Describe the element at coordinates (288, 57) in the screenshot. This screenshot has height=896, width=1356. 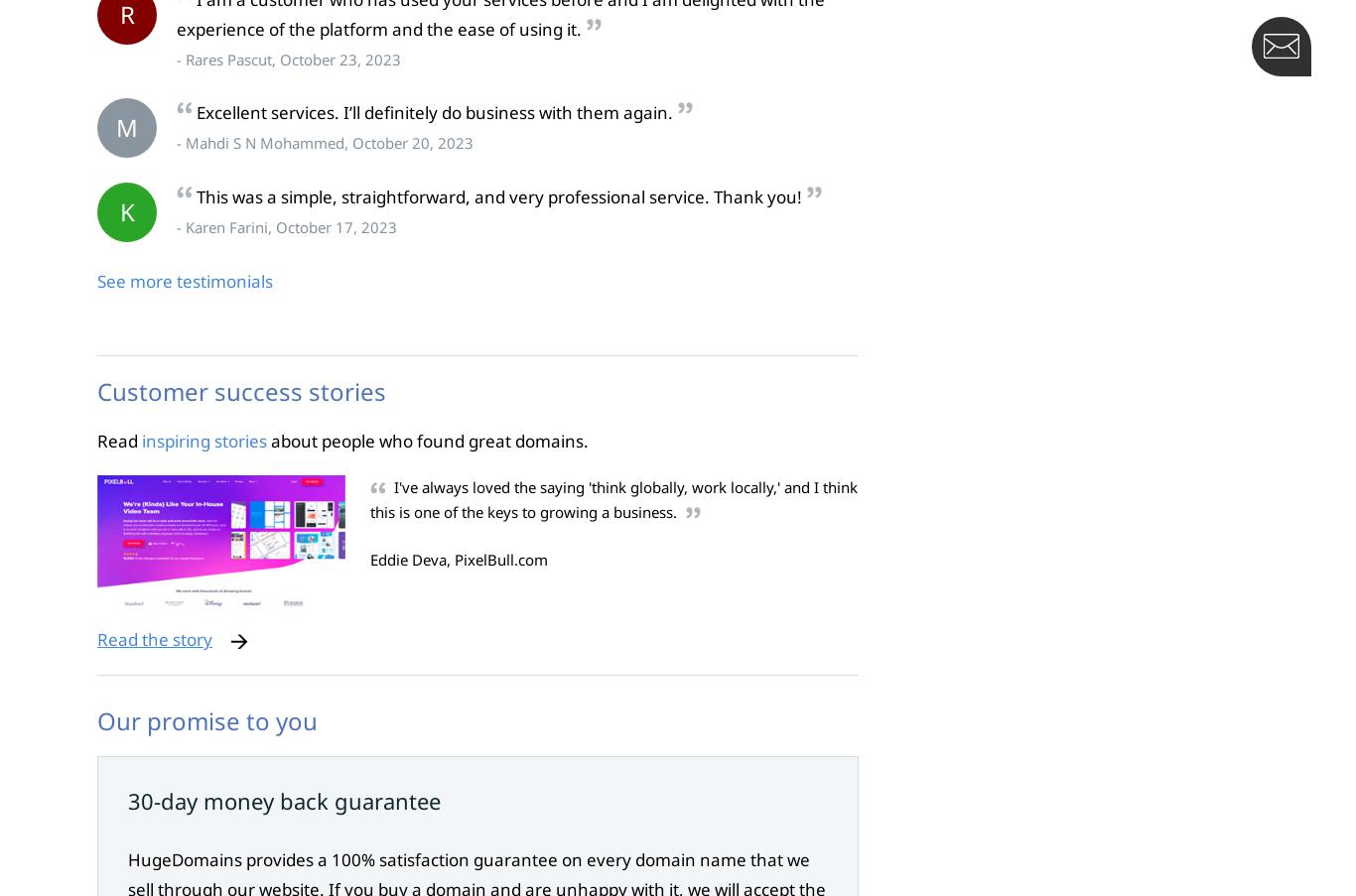
I see `'- Rares Pascut, October 23, 2023'` at that location.